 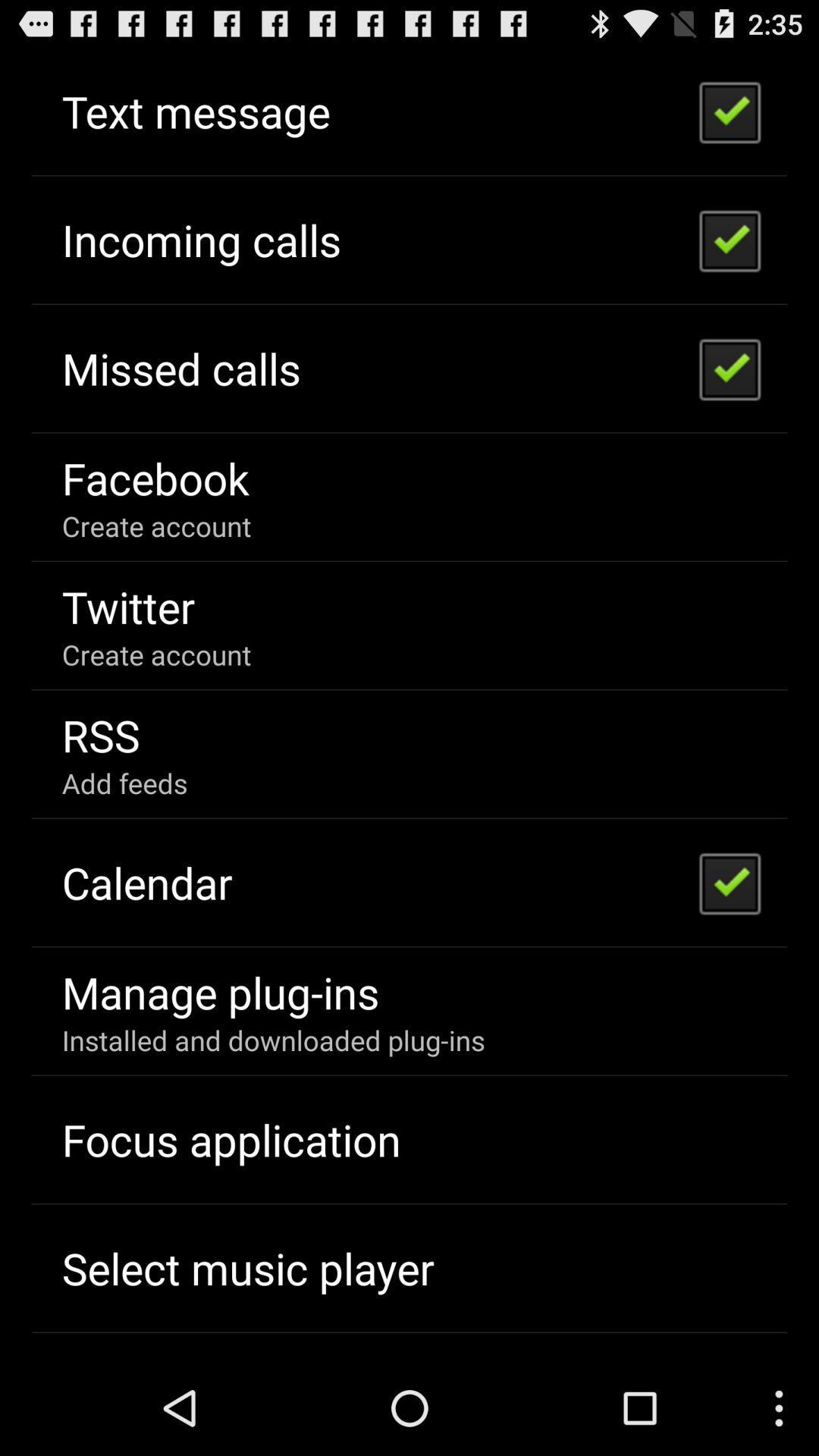 I want to click on missed calls app, so click(x=180, y=368).